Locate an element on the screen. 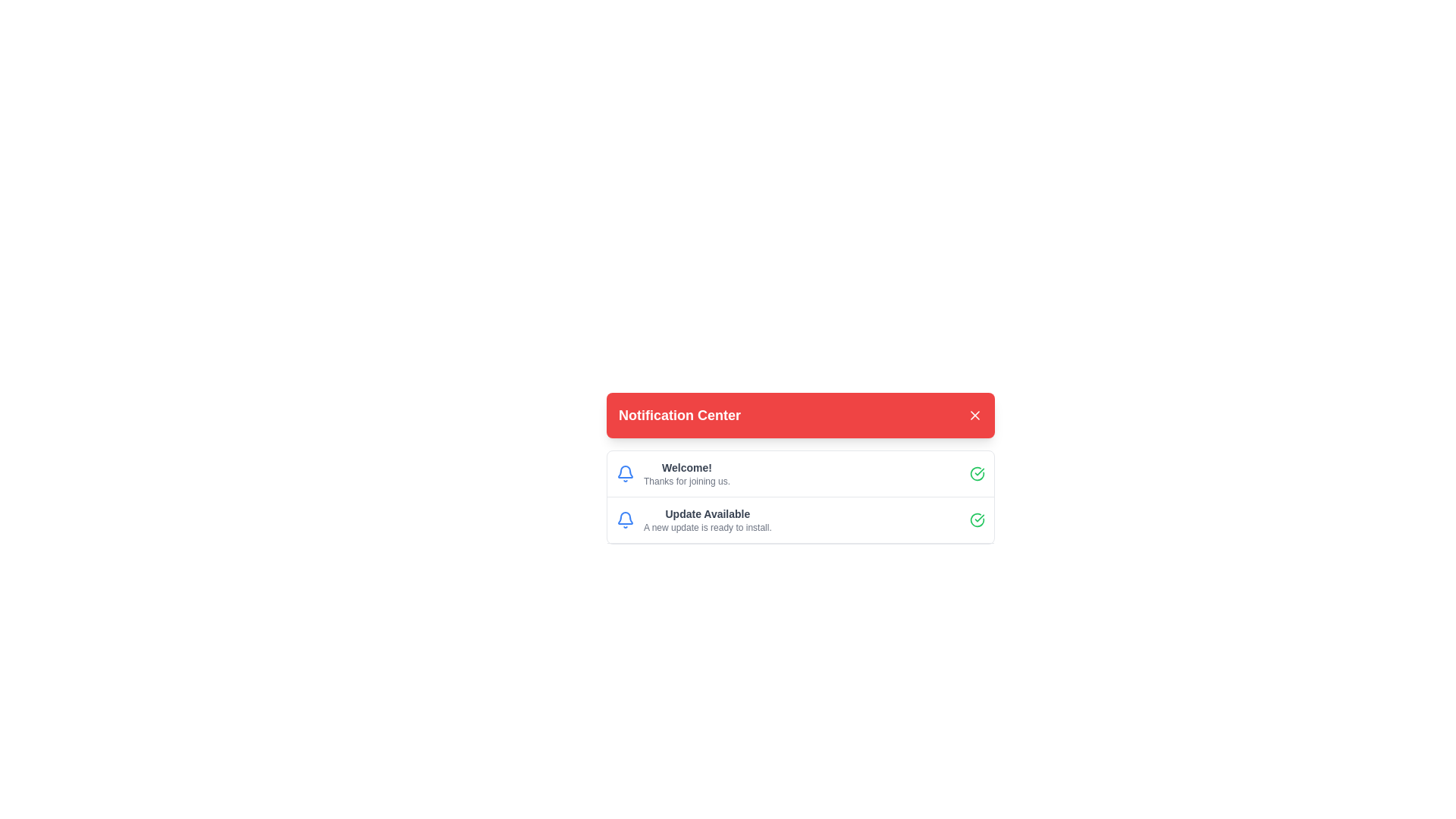 Image resolution: width=1456 pixels, height=819 pixels. the text label that states 'Thanks for joining us.' displayed in a small gray font, located just below the main heading 'Welcome!' within the notification card interface is located at coordinates (686, 482).